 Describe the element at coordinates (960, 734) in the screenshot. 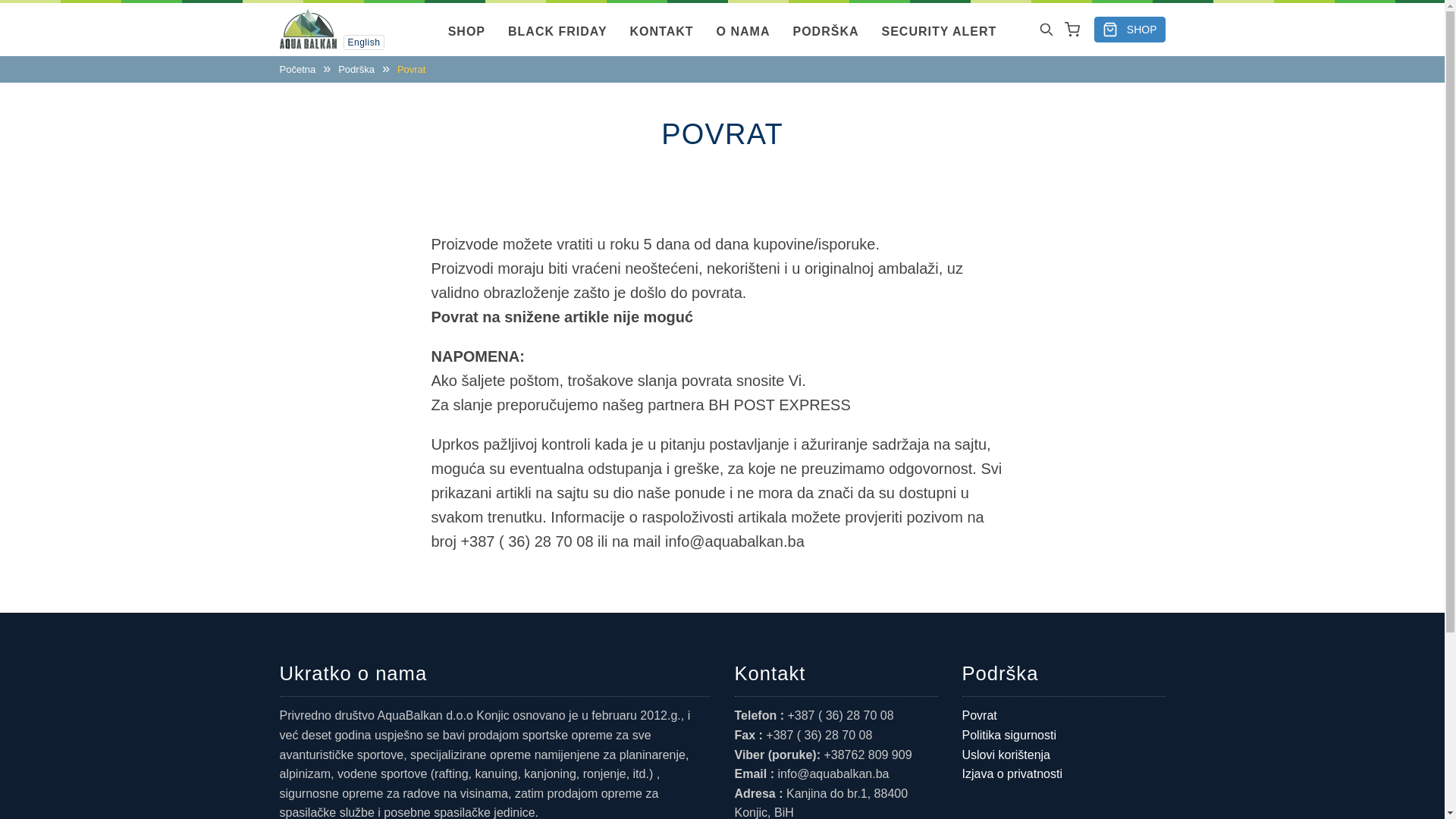

I see `'Politika sigurnosti'` at that location.